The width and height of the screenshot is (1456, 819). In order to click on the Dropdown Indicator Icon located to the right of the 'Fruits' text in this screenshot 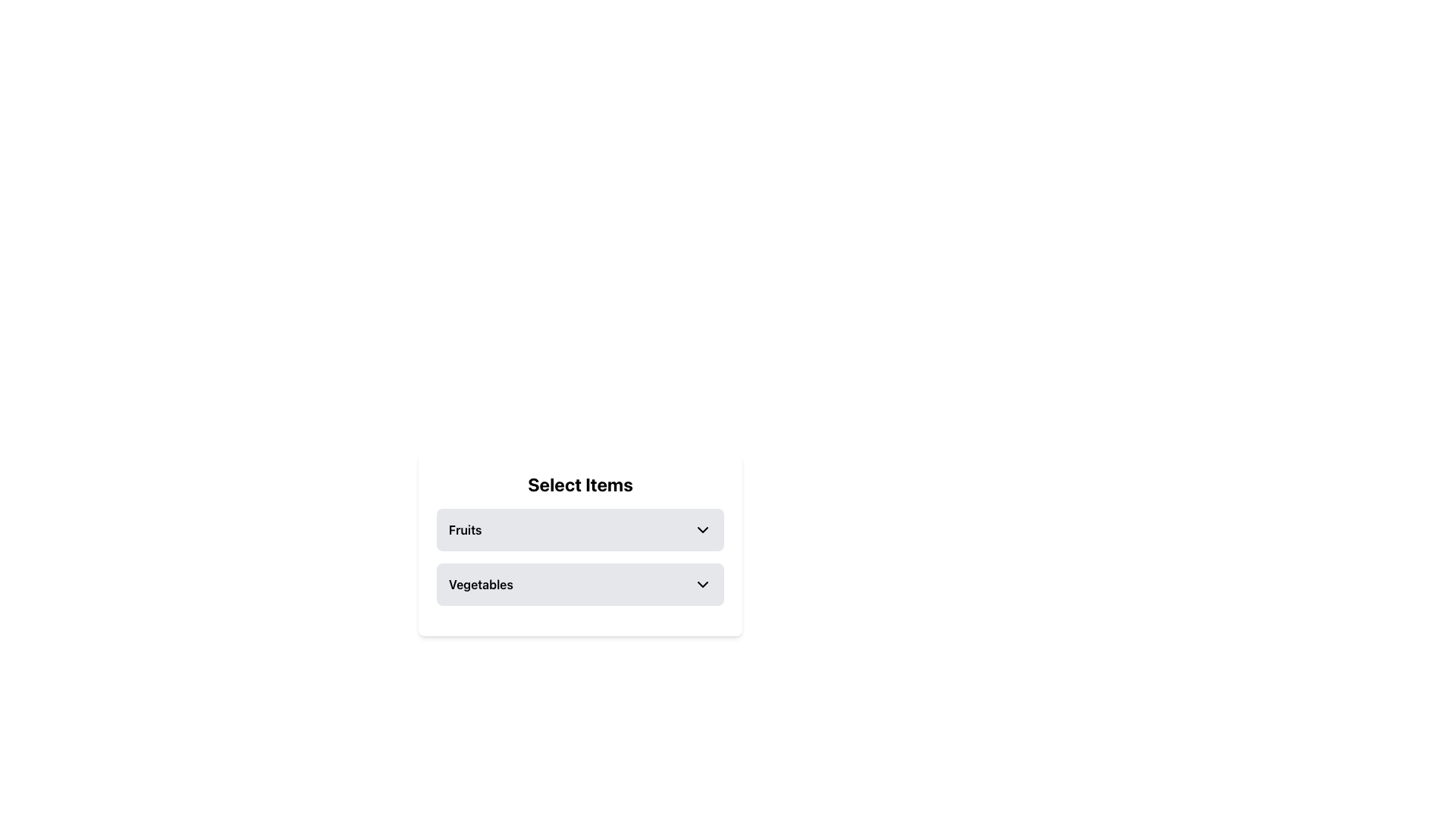, I will do `click(701, 529)`.